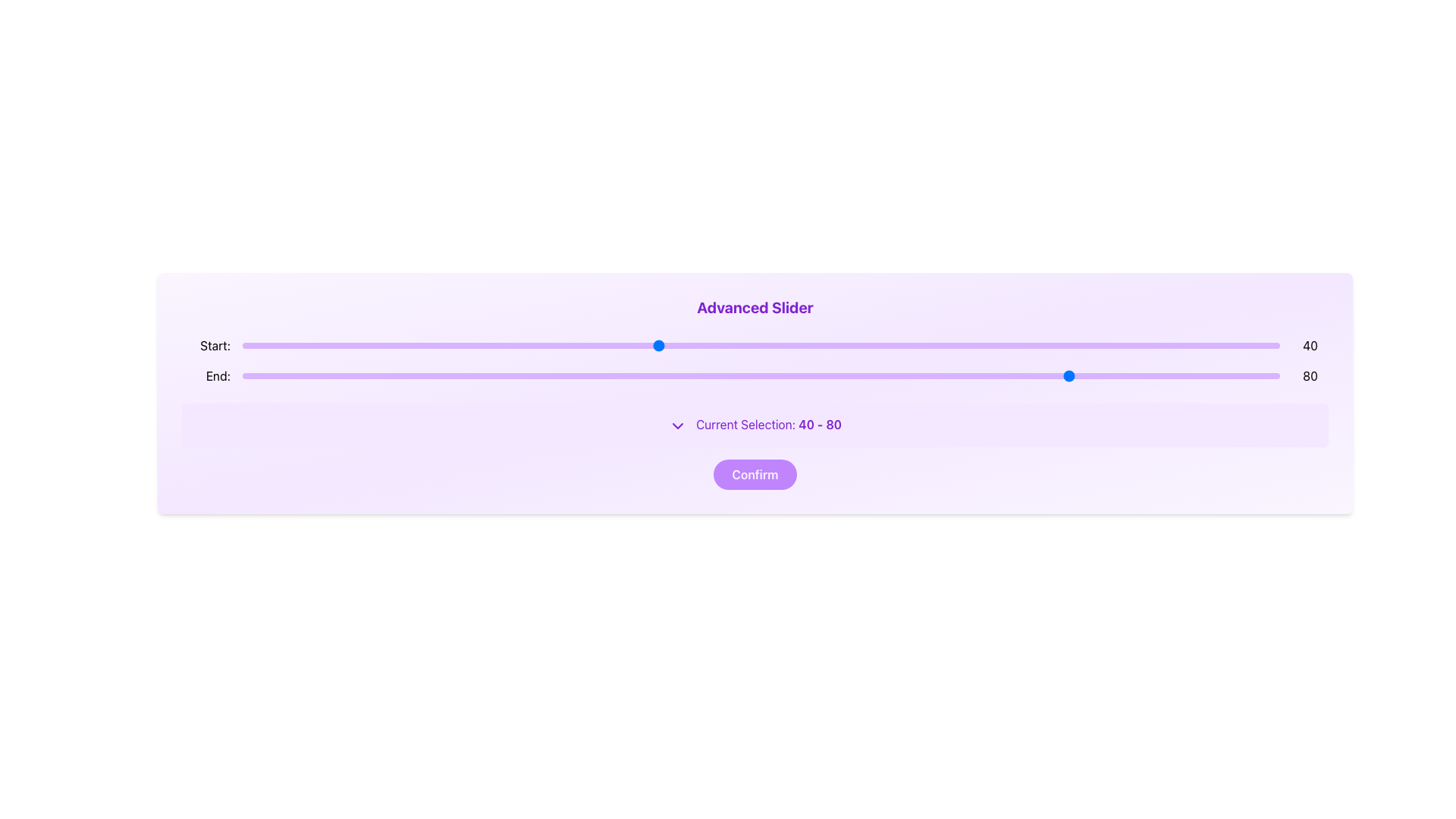 This screenshot has height=819, width=1456. What do you see at coordinates (1040, 375) in the screenshot?
I see `the slider value` at bounding box center [1040, 375].